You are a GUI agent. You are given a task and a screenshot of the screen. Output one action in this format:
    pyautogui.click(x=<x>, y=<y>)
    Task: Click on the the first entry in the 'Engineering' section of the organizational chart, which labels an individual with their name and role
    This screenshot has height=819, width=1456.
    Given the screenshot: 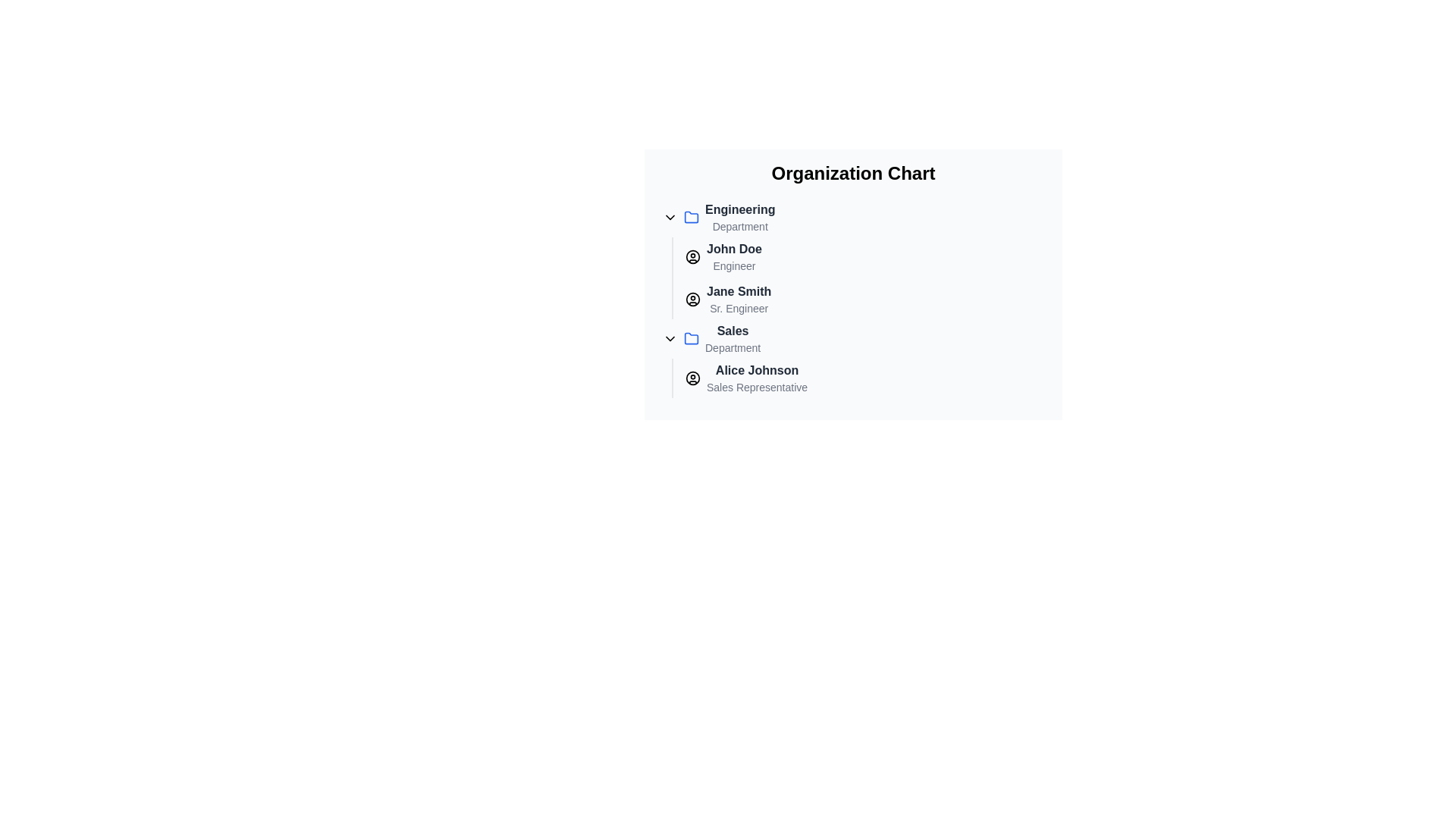 What is the action you would take?
    pyautogui.click(x=734, y=256)
    